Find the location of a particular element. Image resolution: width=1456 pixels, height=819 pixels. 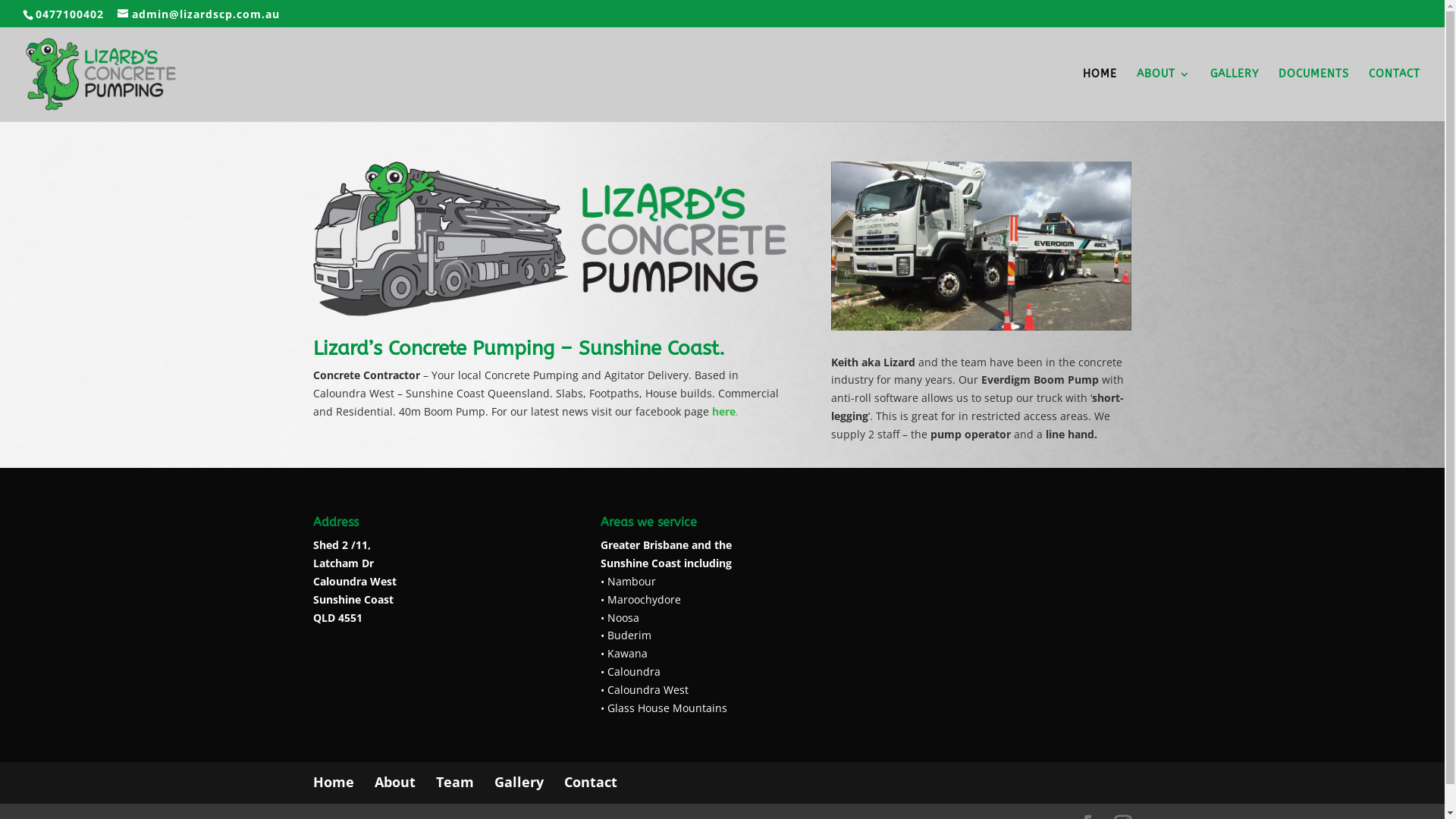

'admin@lizardscp.com.au' is located at coordinates (198, 13).